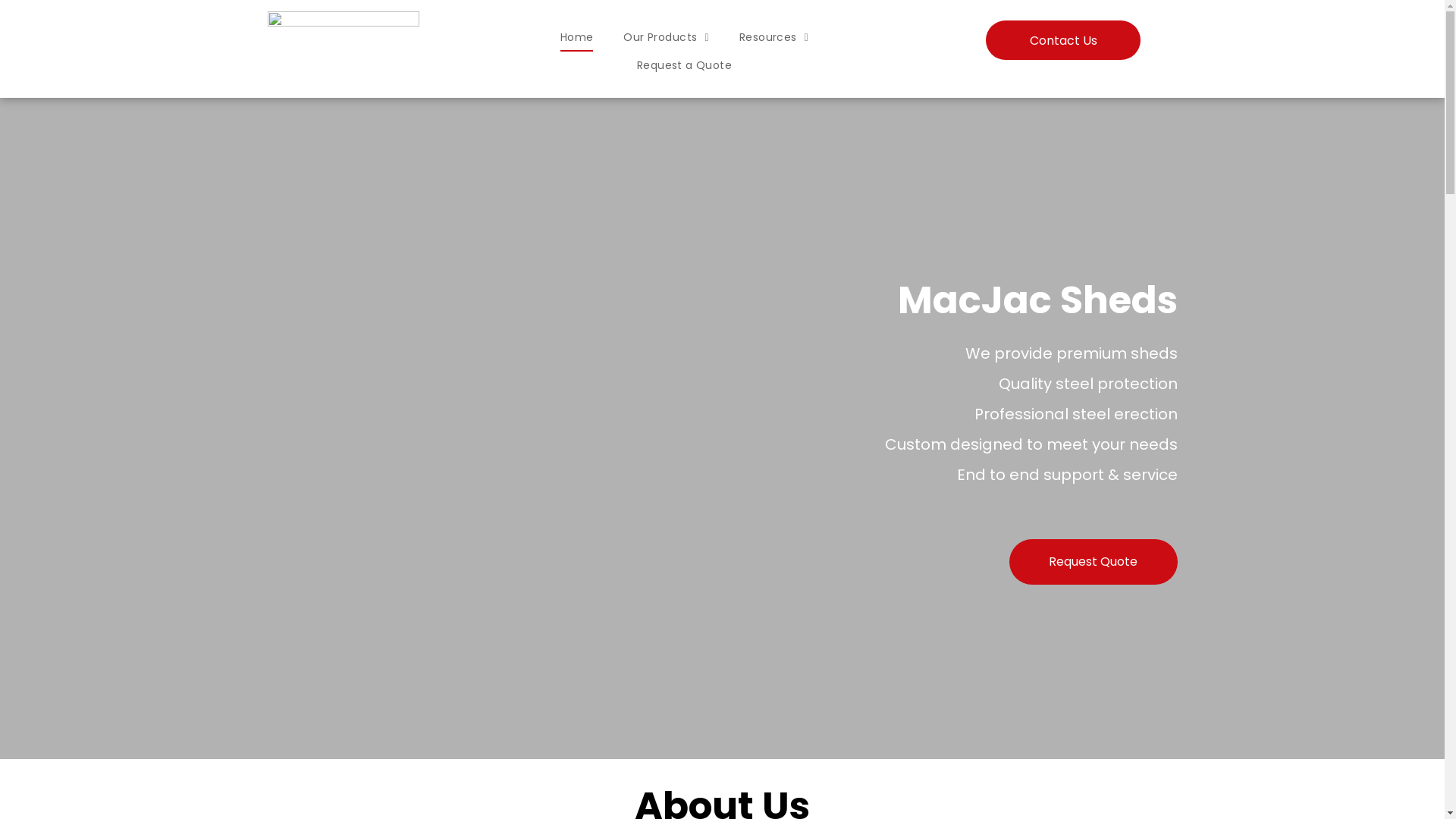  What do you see at coordinates (1092, 561) in the screenshot?
I see `'Request Quote'` at bounding box center [1092, 561].